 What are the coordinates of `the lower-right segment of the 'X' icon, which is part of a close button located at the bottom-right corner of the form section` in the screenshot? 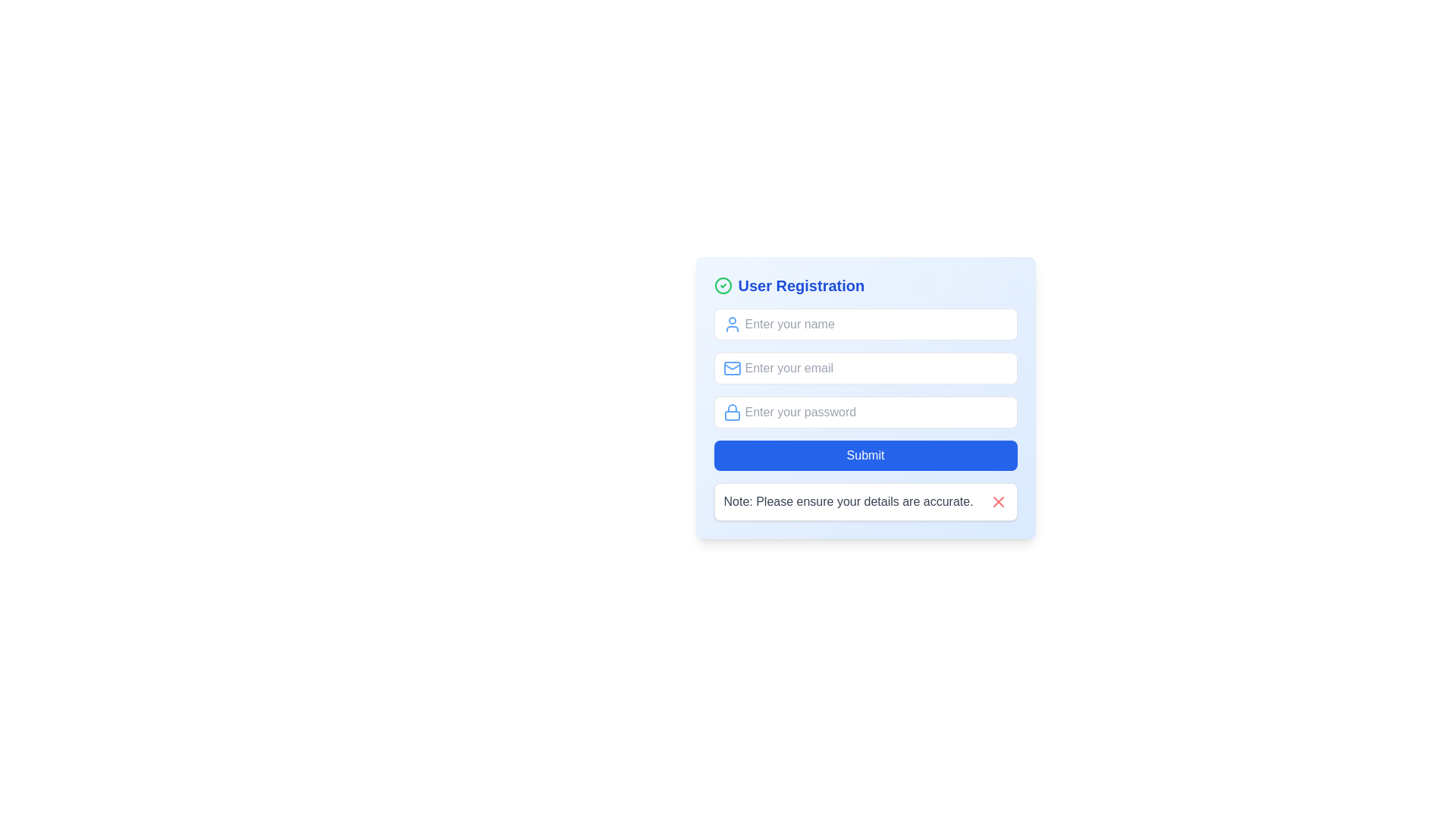 It's located at (998, 502).